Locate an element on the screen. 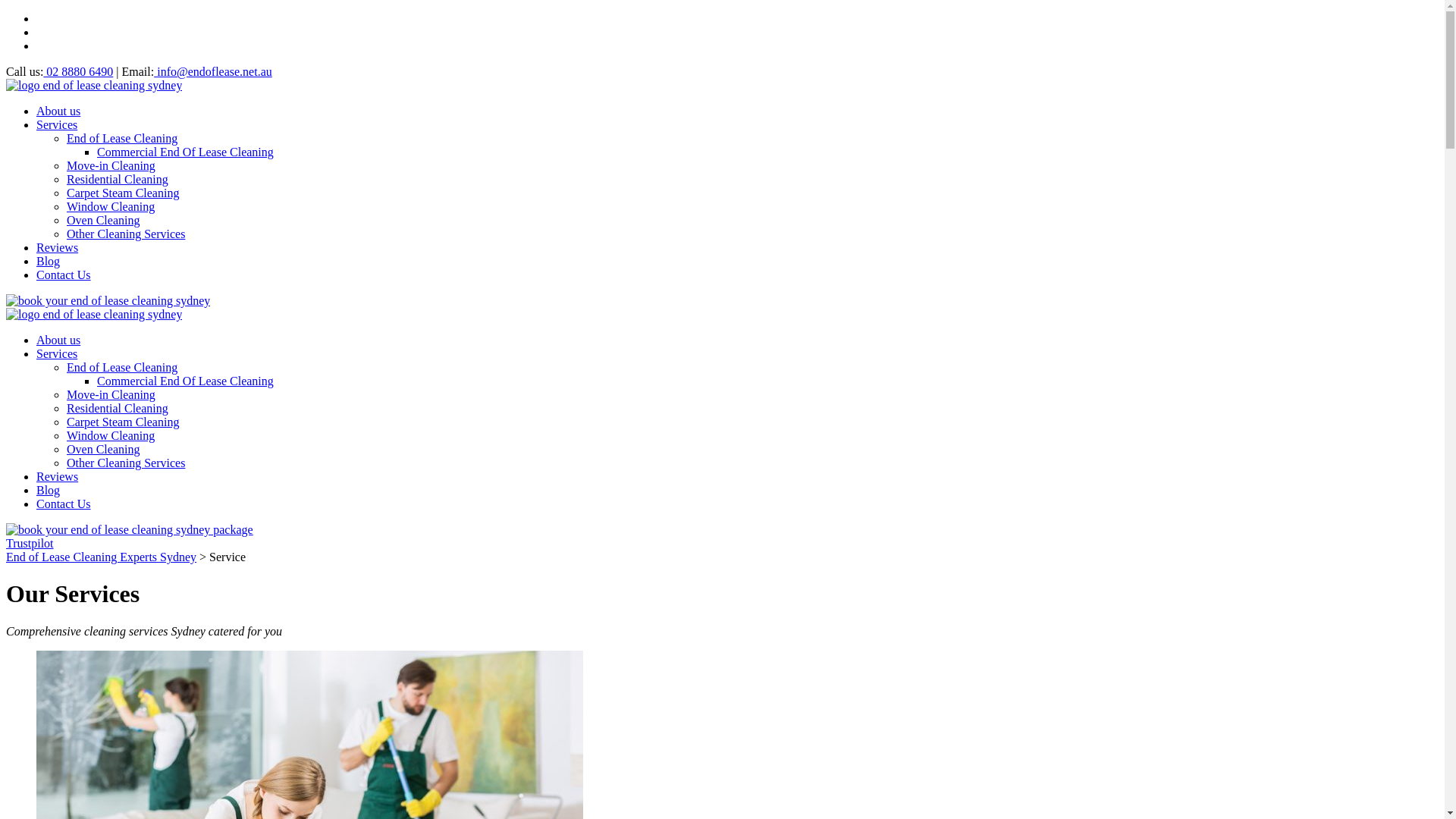  'Window Cleaning' is located at coordinates (109, 435).